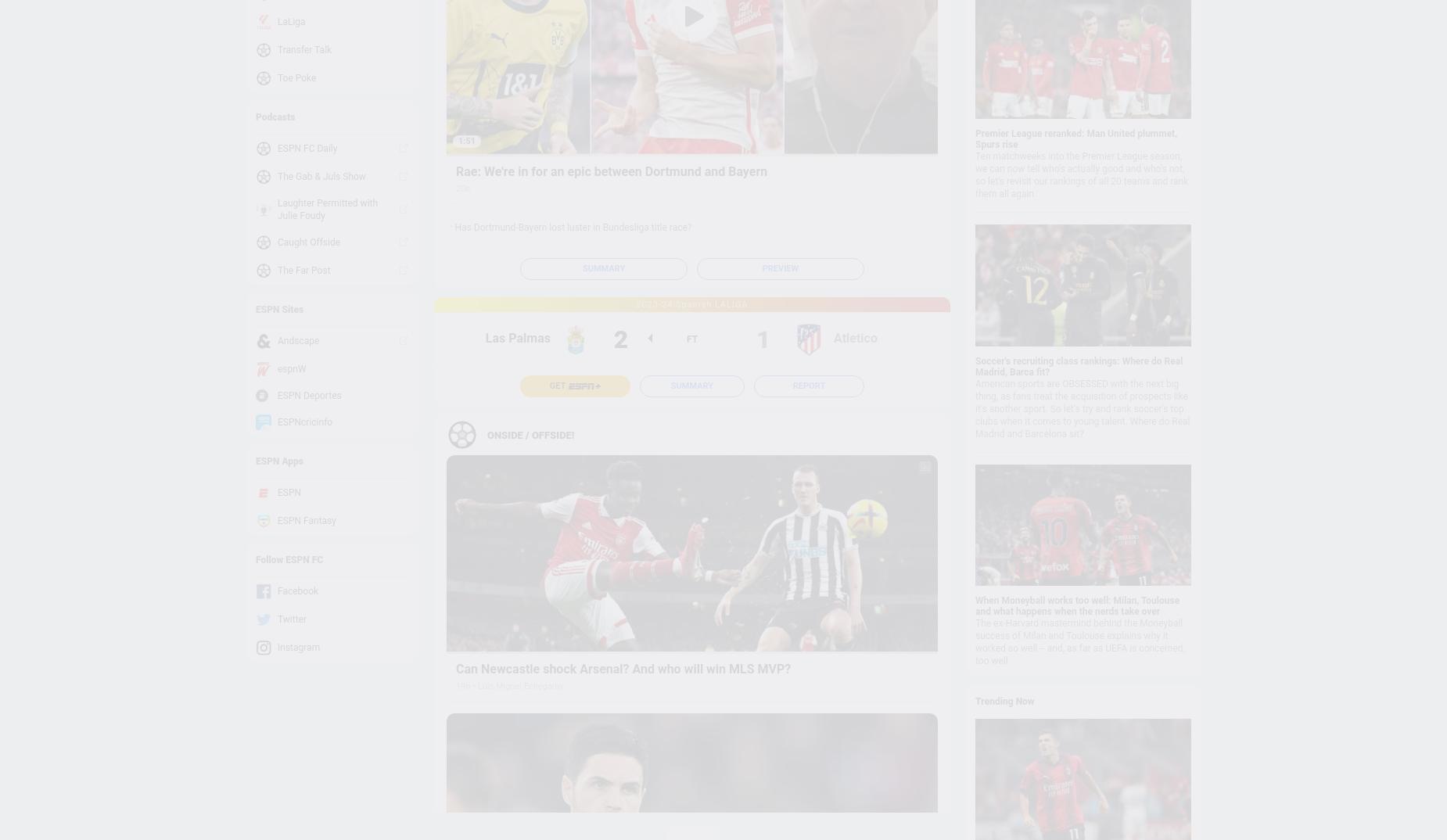  Describe the element at coordinates (277, 647) in the screenshot. I see `'Instagram'` at that location.